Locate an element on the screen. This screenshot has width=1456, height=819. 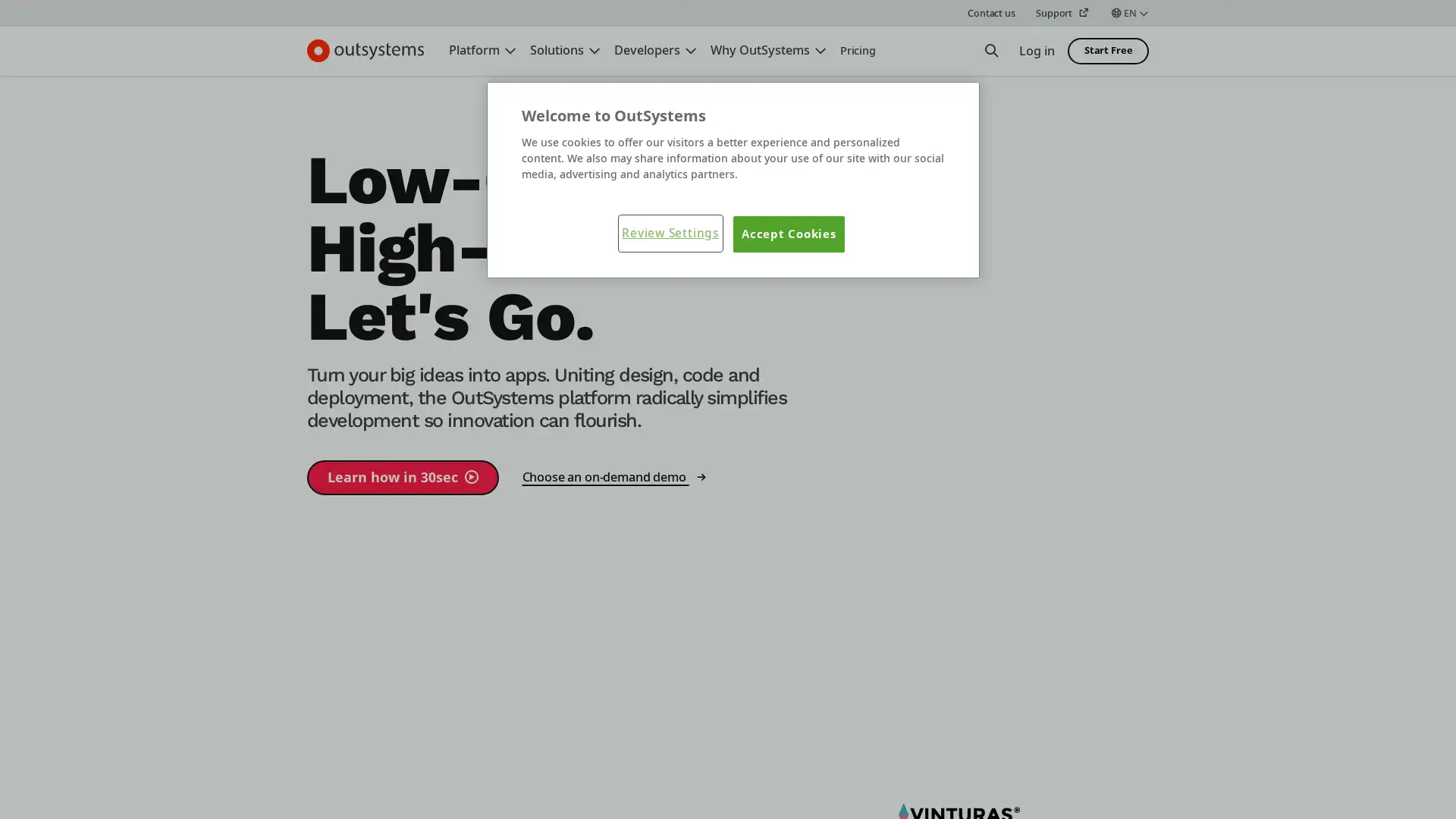
Open Search is located at coordinates (991, 49).